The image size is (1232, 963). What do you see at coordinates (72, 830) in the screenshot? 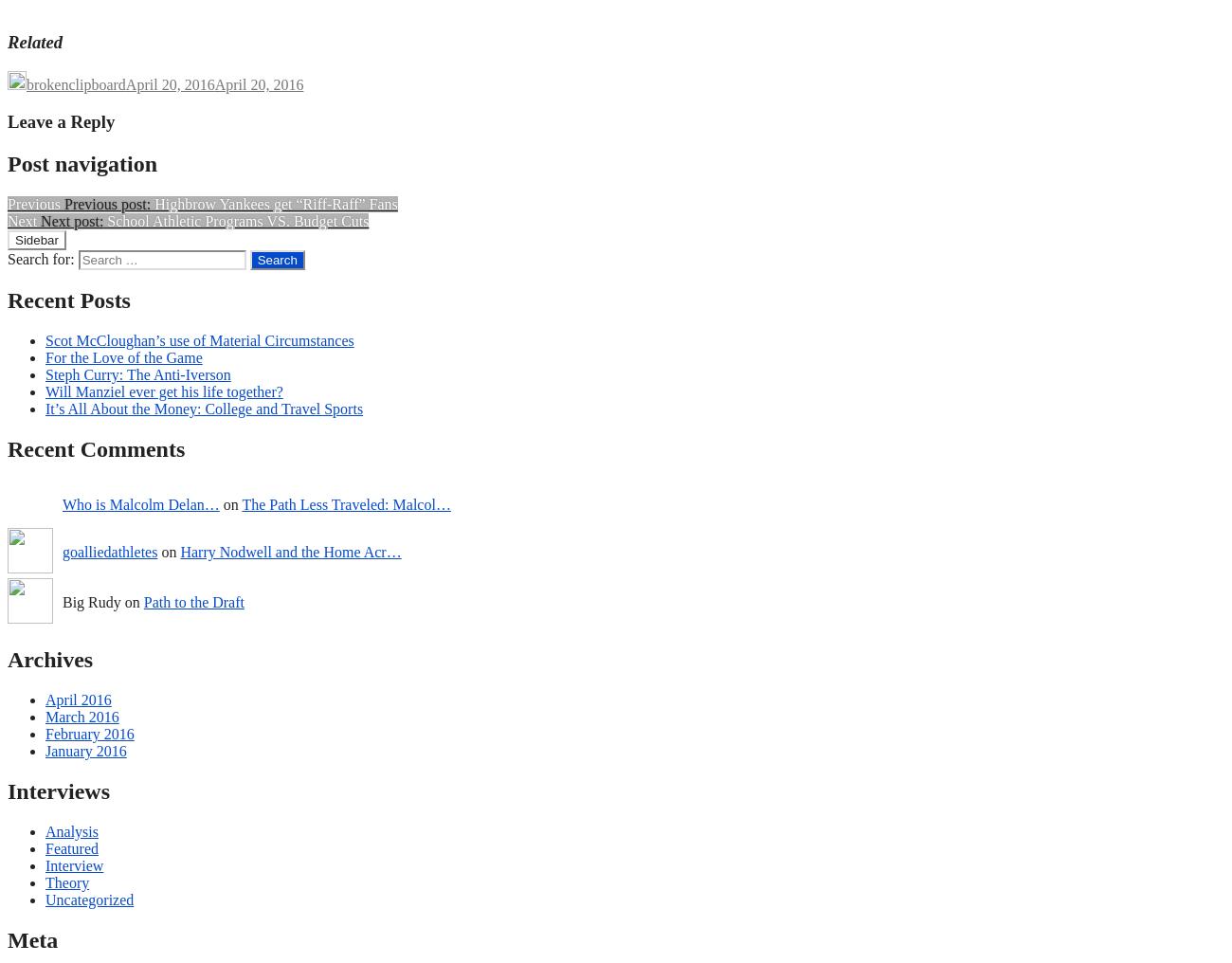
I see `'Analysis'` at bounding box center [72, 830].